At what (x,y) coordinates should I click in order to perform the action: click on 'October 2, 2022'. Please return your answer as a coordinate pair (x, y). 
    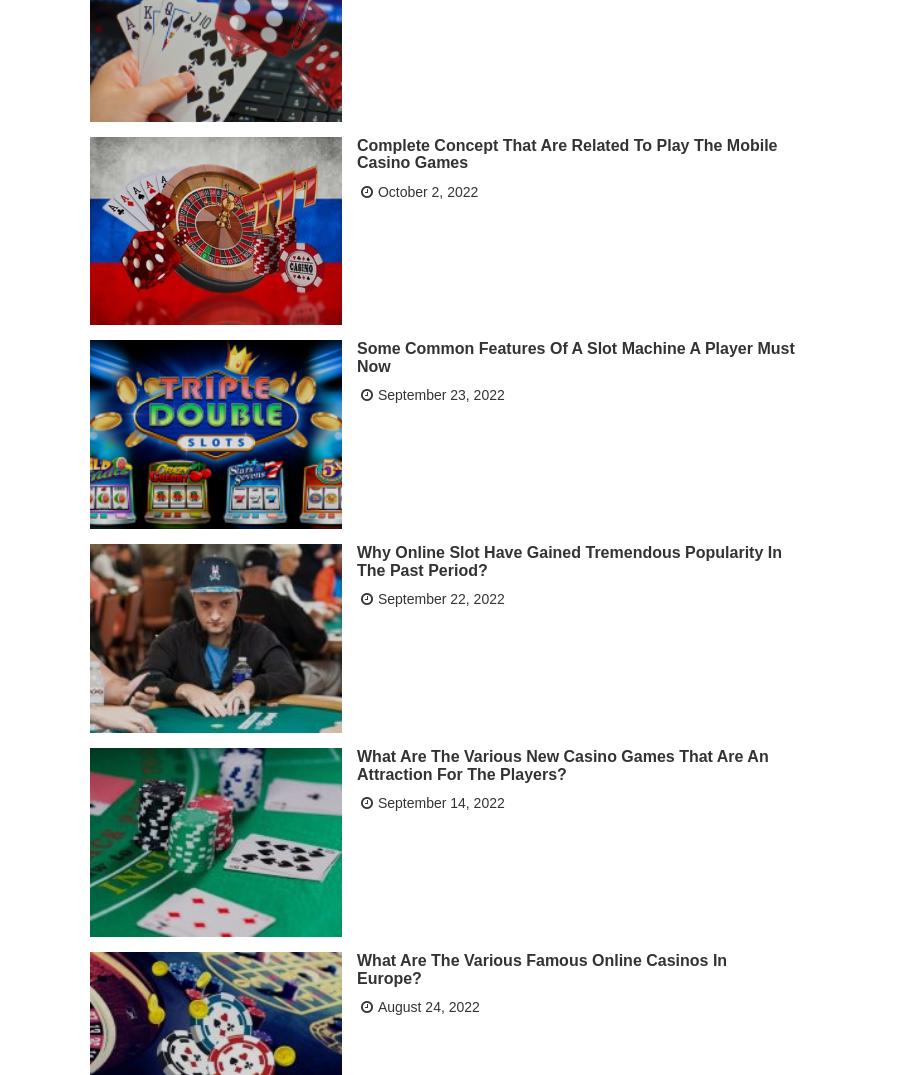
    Looking at the image, I should click on (427, 189).